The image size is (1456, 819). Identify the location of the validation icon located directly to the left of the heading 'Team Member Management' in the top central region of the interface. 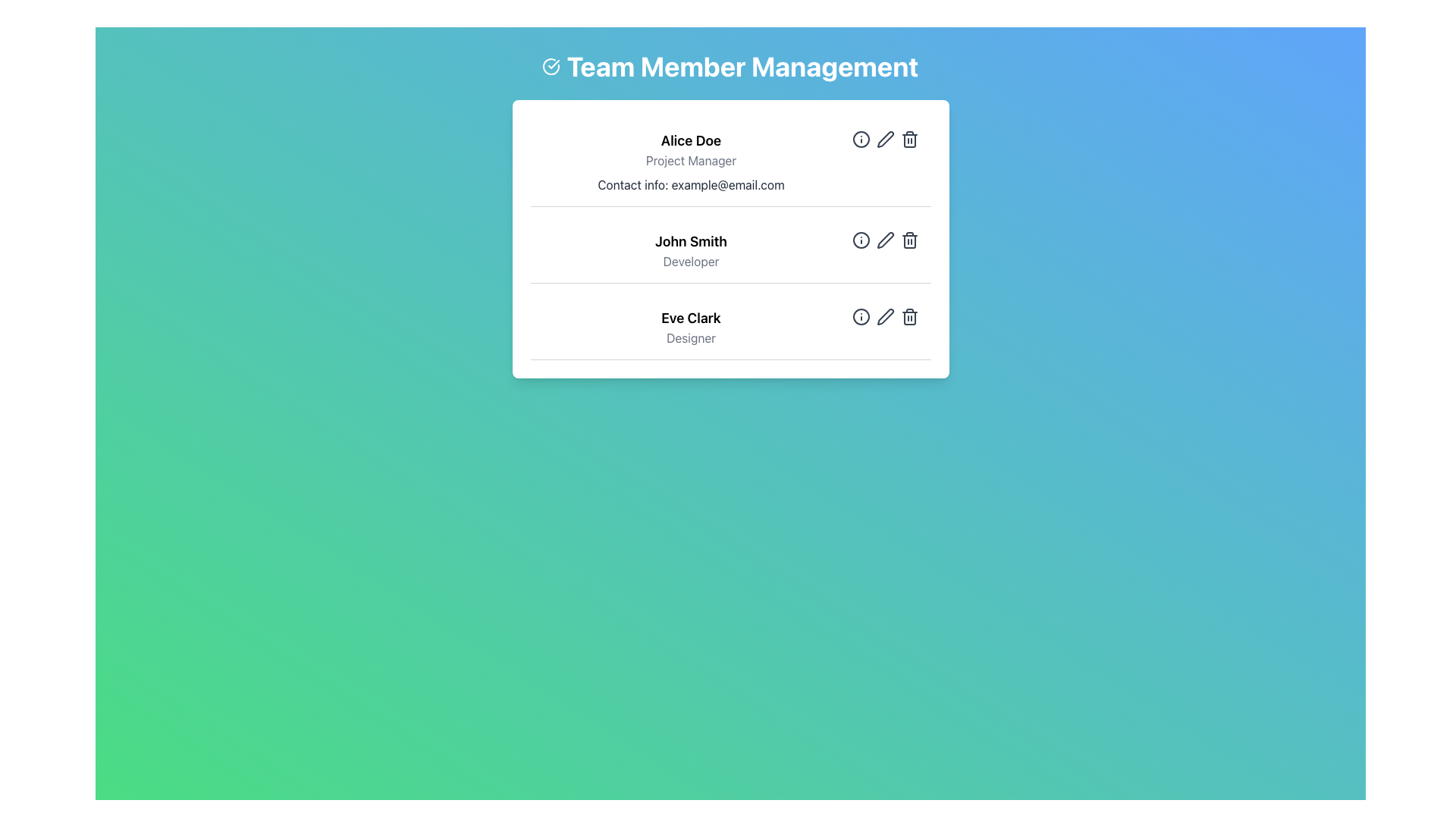
(551, 66).